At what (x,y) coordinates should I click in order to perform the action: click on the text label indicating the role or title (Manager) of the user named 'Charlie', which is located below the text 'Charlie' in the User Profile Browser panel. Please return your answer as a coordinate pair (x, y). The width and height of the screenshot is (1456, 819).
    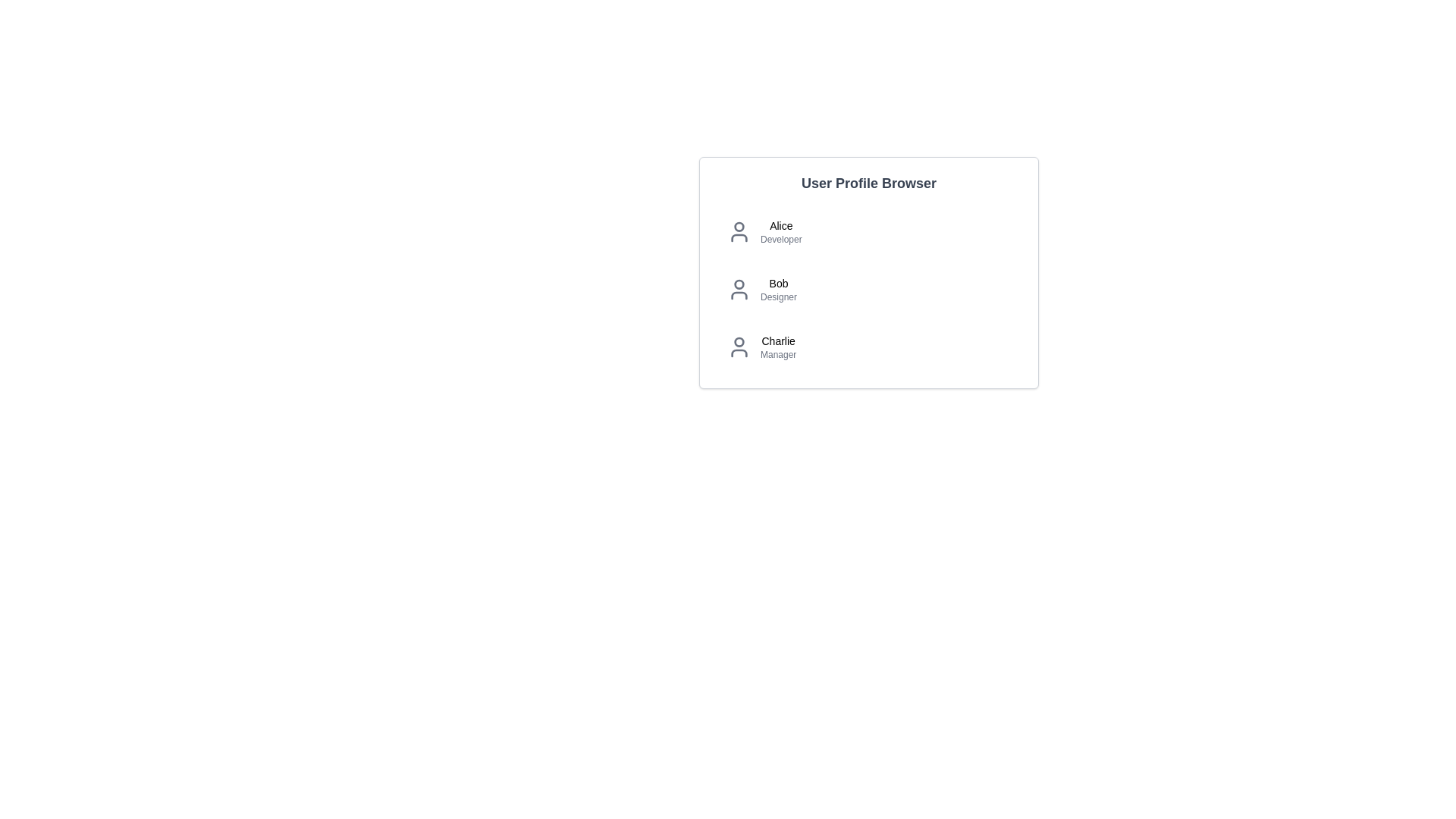
    Looking at the image, I should click on (778, 354).